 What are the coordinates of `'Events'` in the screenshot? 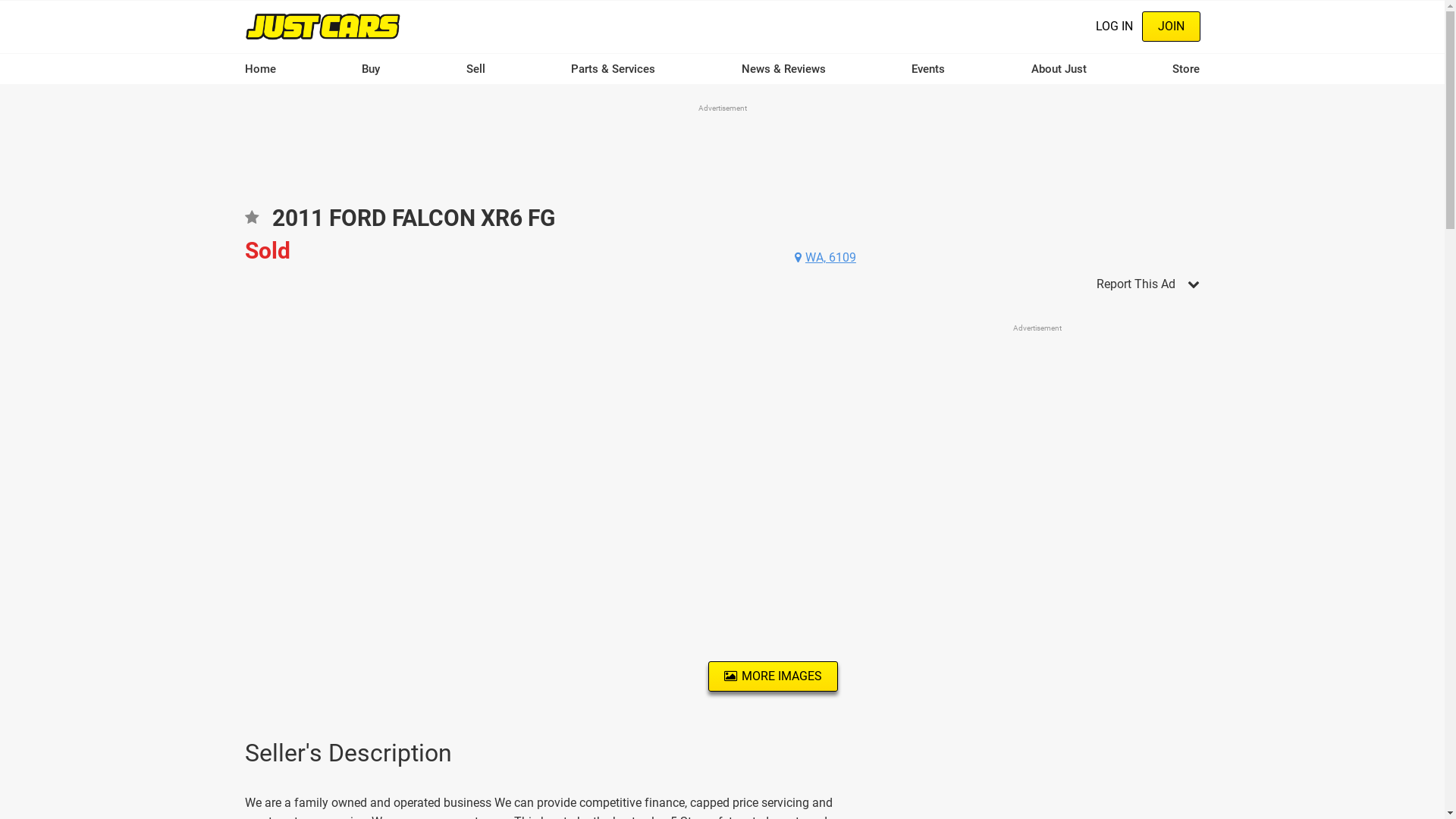 It's located at (927, 69).